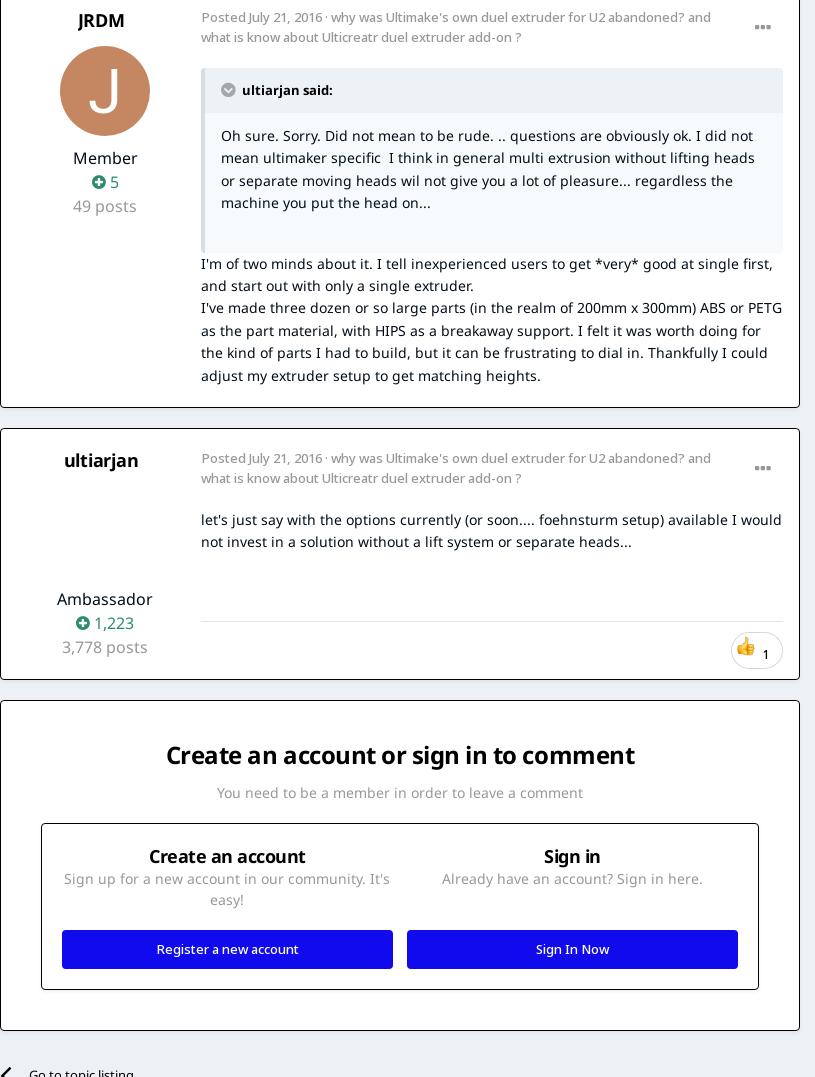 This screenshot has width=815, height=1077. I want to click on 'Member', so click(70, 157).